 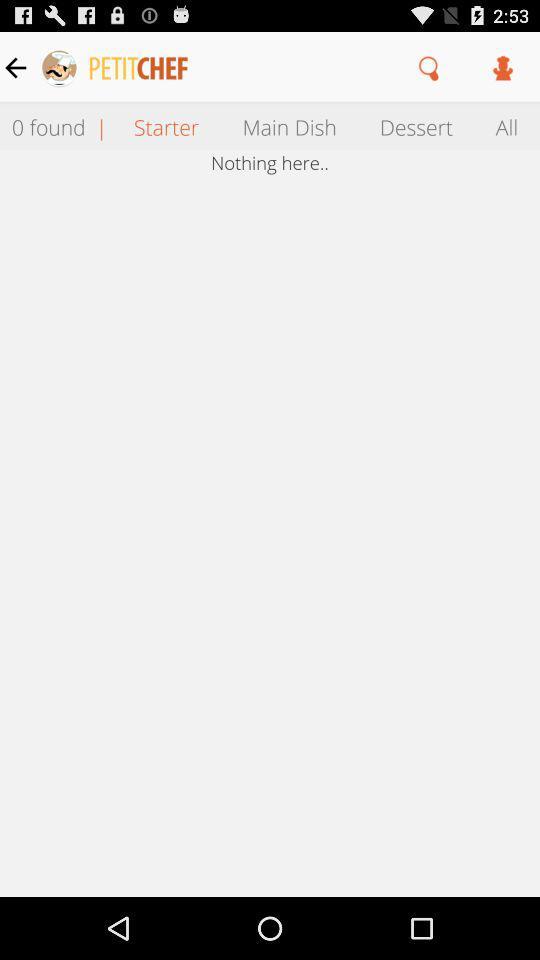 I want to click on icon next to all icon, so click(x=415, y=125).